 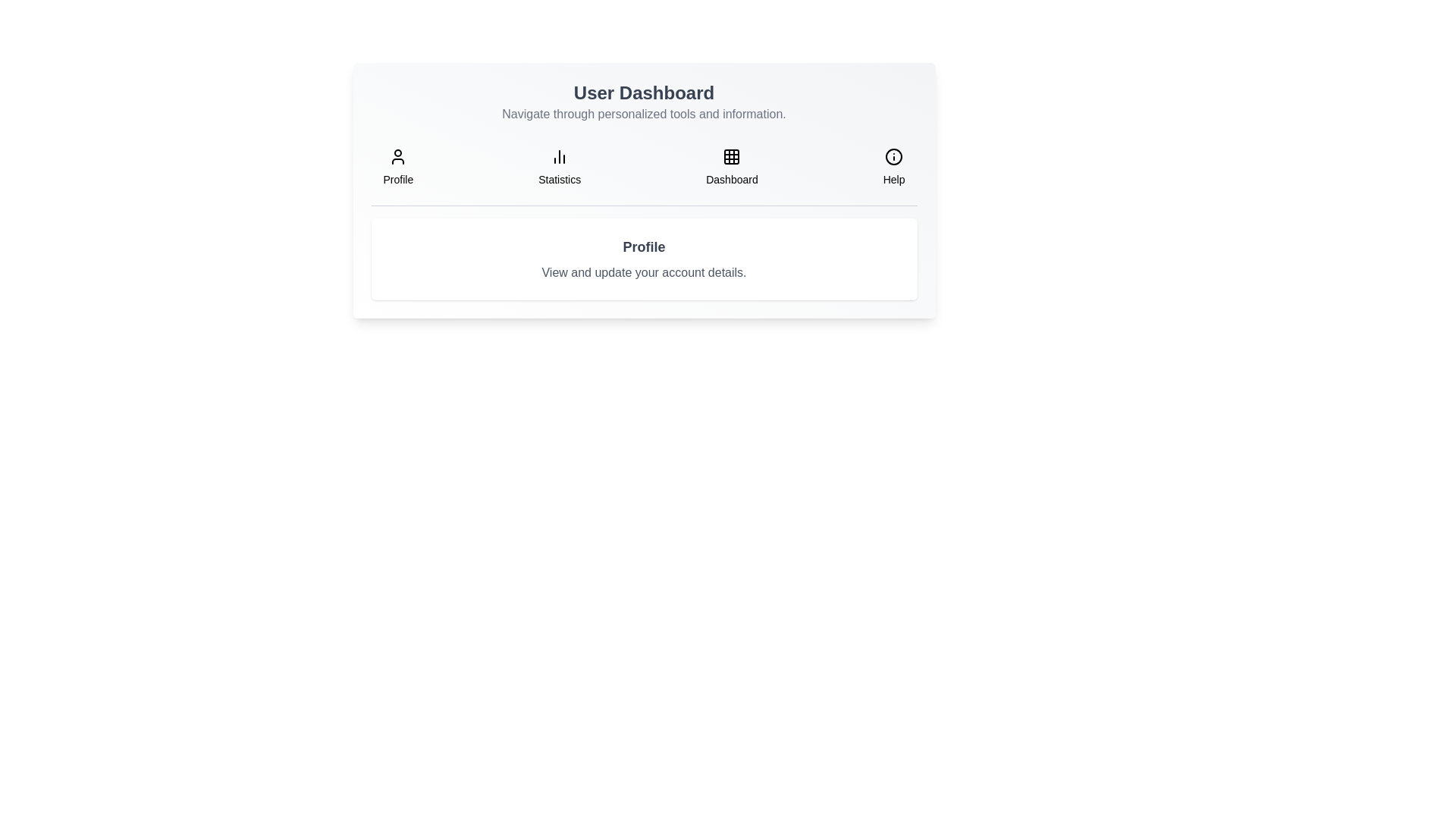 What do you see at coordinates (559, 167) in the screenshot?
I see `the tab labeled Statistics to view its content` at bounding box center [559, 167].